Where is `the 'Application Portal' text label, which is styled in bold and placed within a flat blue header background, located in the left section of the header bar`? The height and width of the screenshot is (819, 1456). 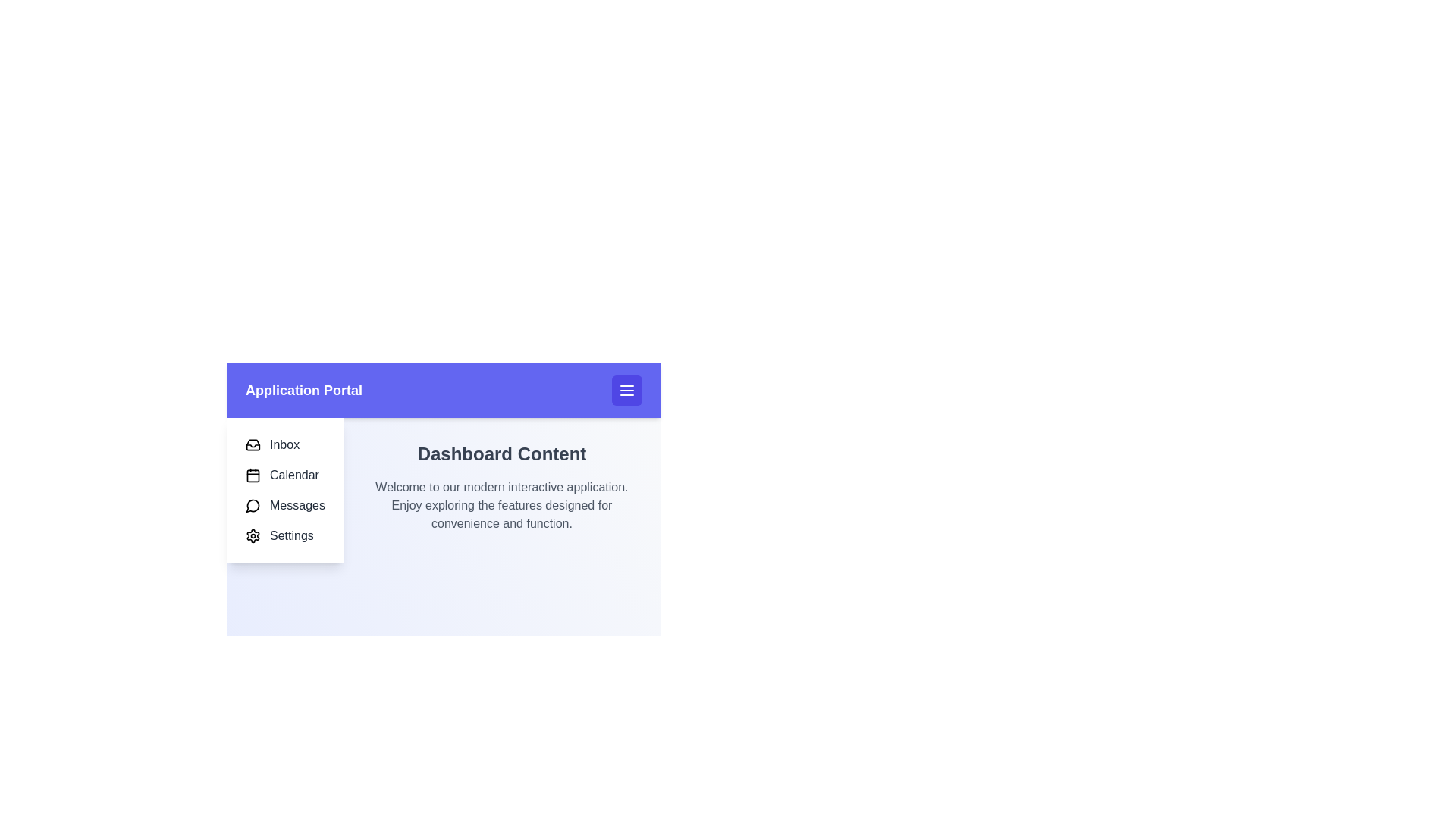
the 'Application Portal' text label, which is styled in bold and placed within a flat blue header background, located in the left section of the header bar is located at coordinates (303, 390).